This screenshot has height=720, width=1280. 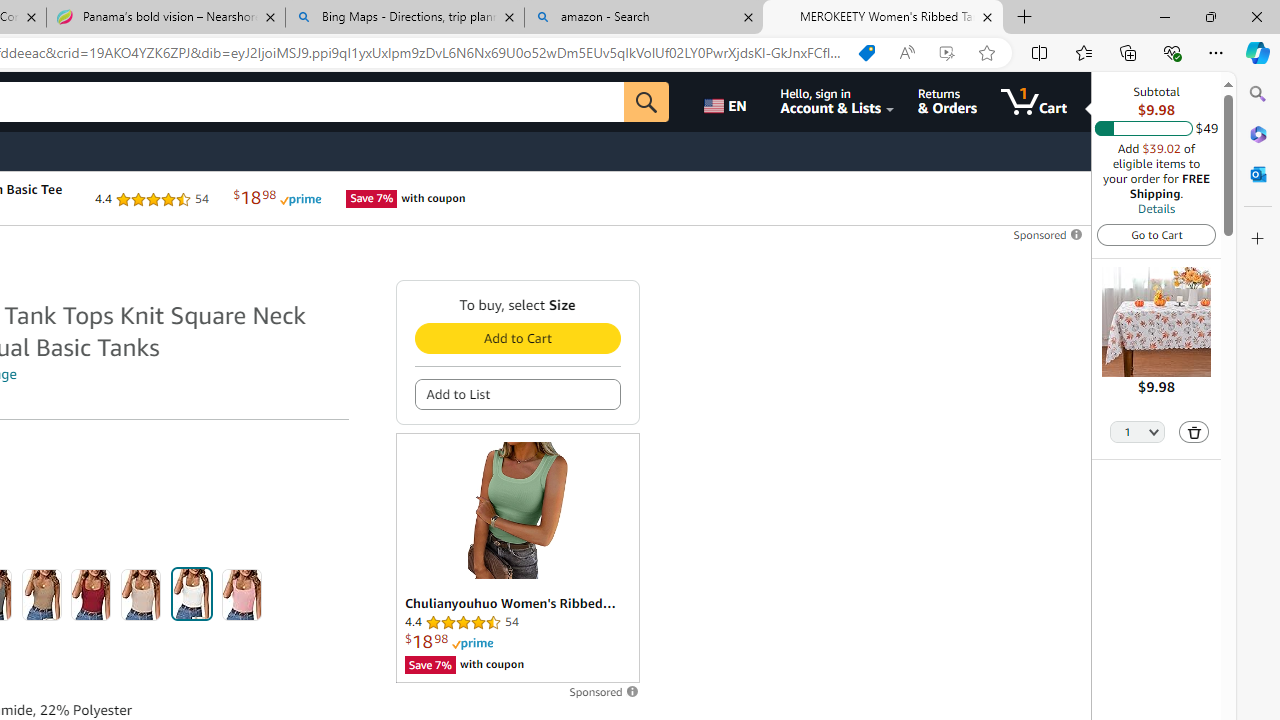 I want to click on 'Quantity Selector', so click(x=1137, y=432).